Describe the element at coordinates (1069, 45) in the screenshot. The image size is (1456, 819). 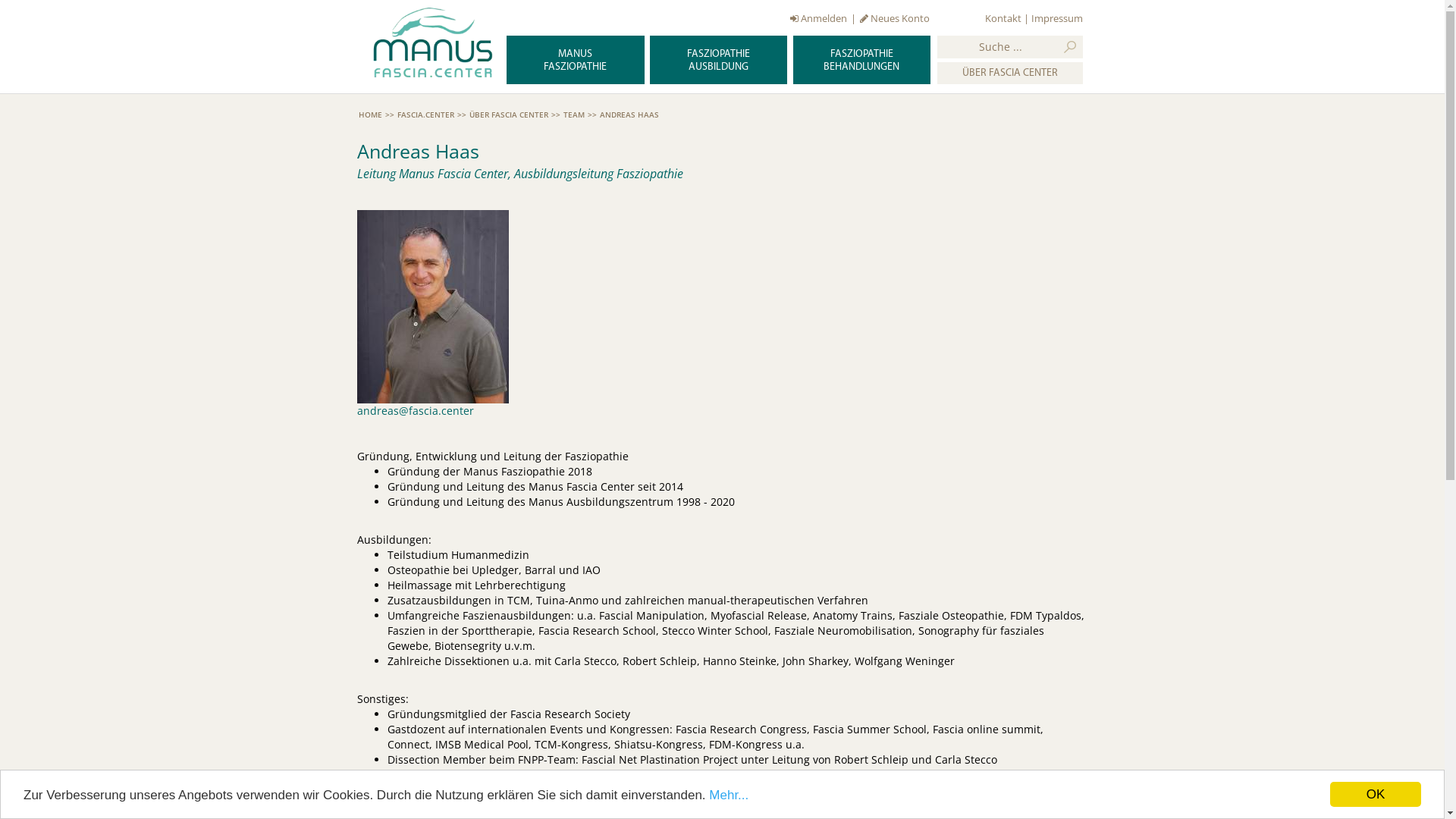
I see `'Suchen'` at that location.